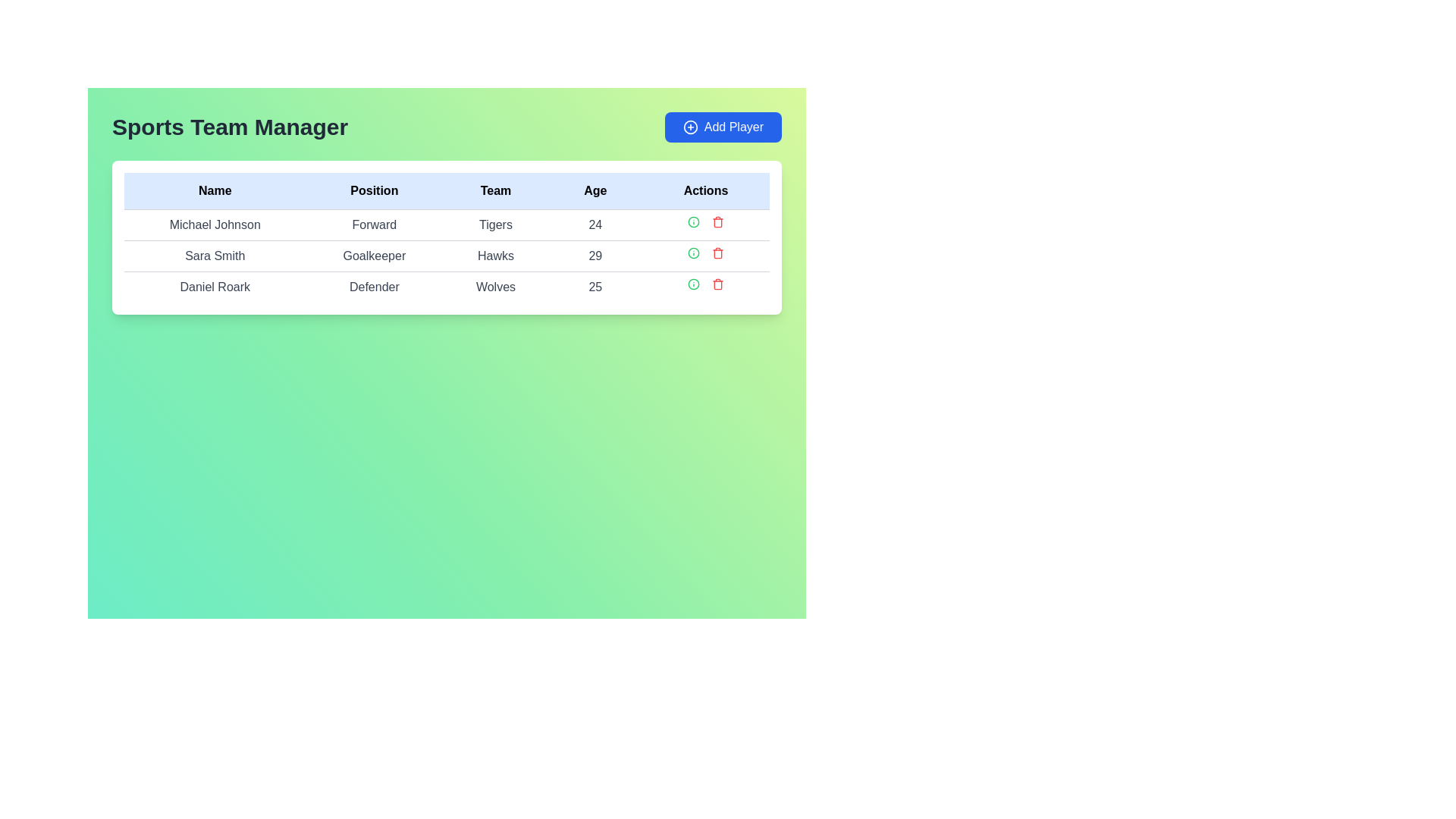 Image resolution: width=1456 pixels, height=819 pixels. What do you see at coordinates (495, 225) in the screenshot?
I see `the text label displaying the team name 'Tigers' associated with the player 'Michael Johnson' in the third column of the table` at bounding box center [495, 225].